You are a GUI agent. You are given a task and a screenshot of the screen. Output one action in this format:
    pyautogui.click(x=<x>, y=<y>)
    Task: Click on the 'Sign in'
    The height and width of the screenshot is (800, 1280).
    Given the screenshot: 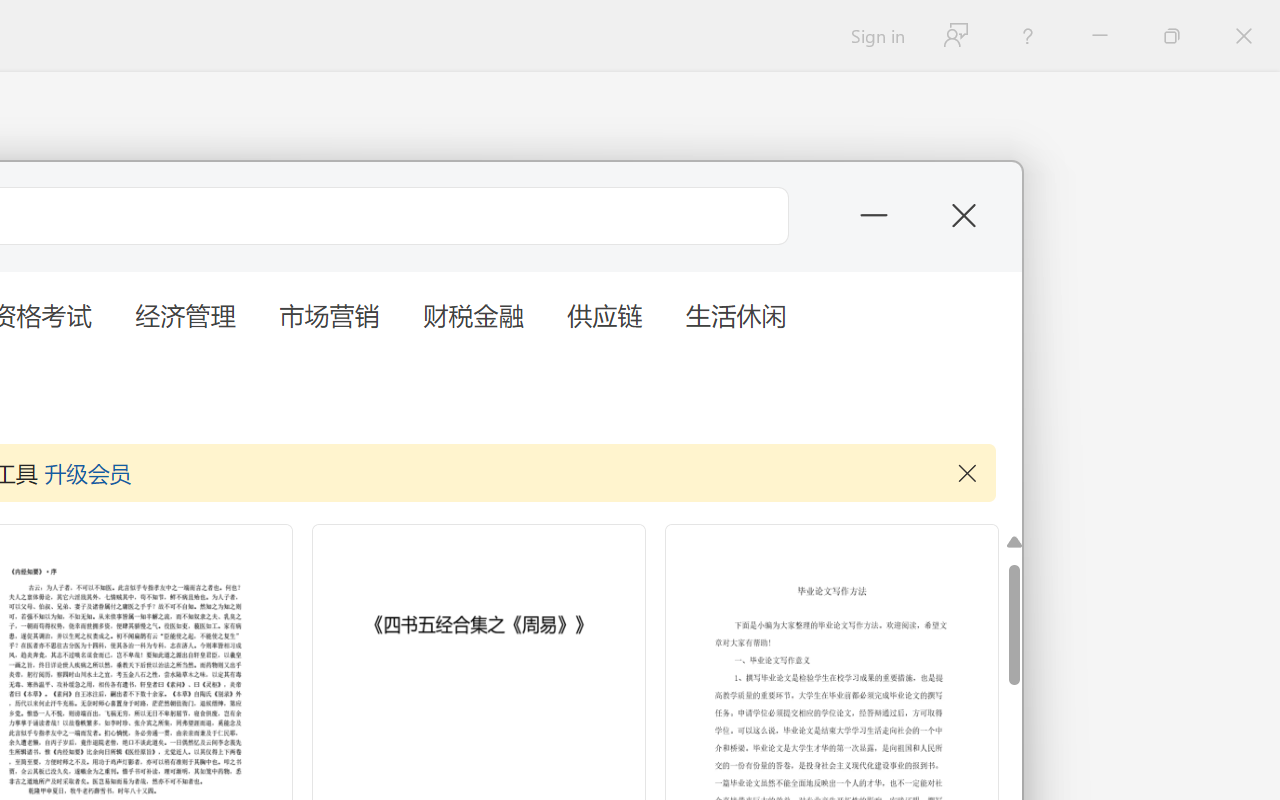 What is the action you would take?
    pyautogui.click(x=876, y=34)
    